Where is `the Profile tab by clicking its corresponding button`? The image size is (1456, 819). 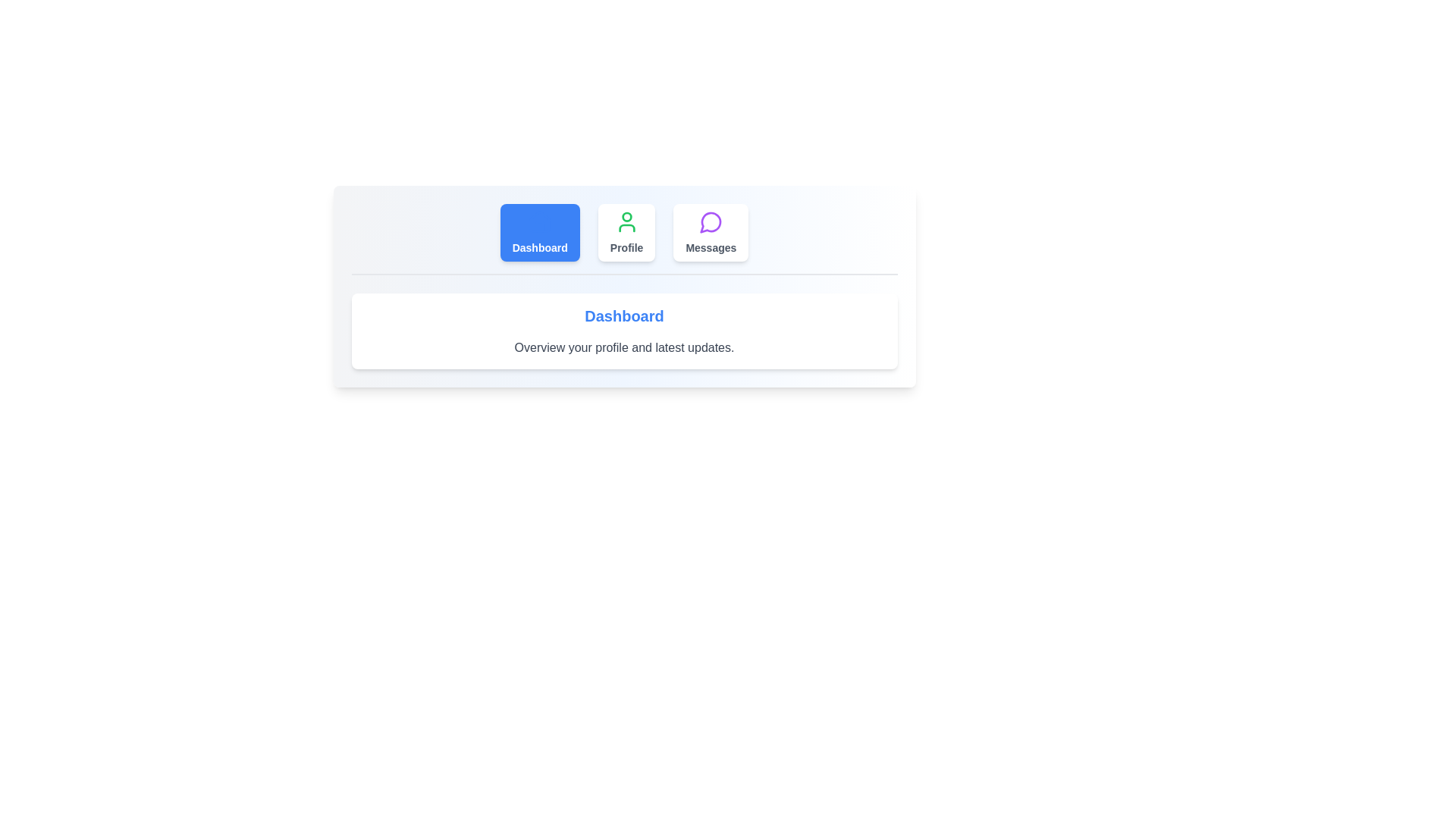 the Profile tab by clicking its corresponding button is located at coordinates (626, 233).